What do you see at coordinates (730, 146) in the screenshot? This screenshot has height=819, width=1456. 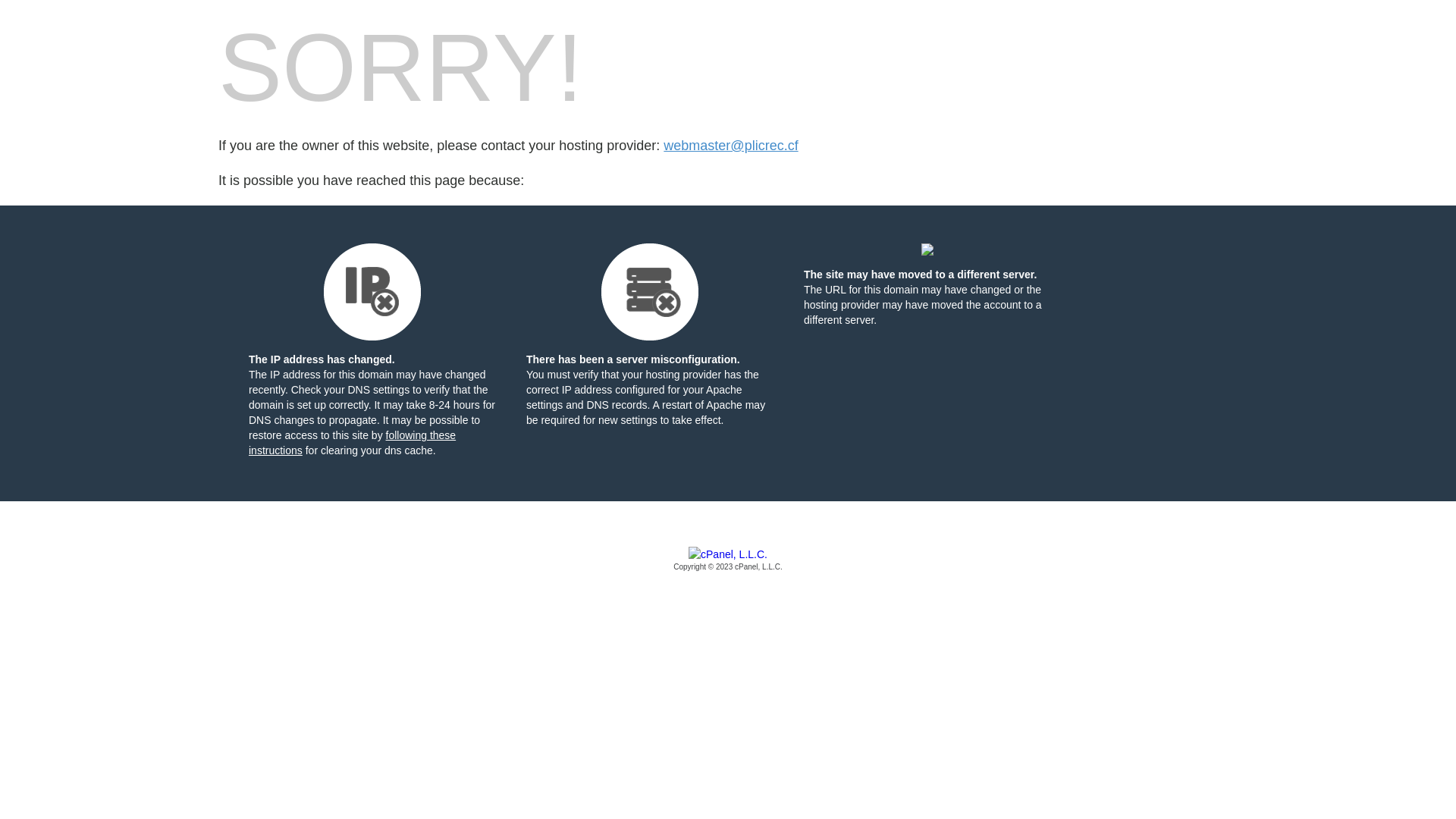 I see `'webmaster@plicrec.cf'` at bounding box center [730, 146].